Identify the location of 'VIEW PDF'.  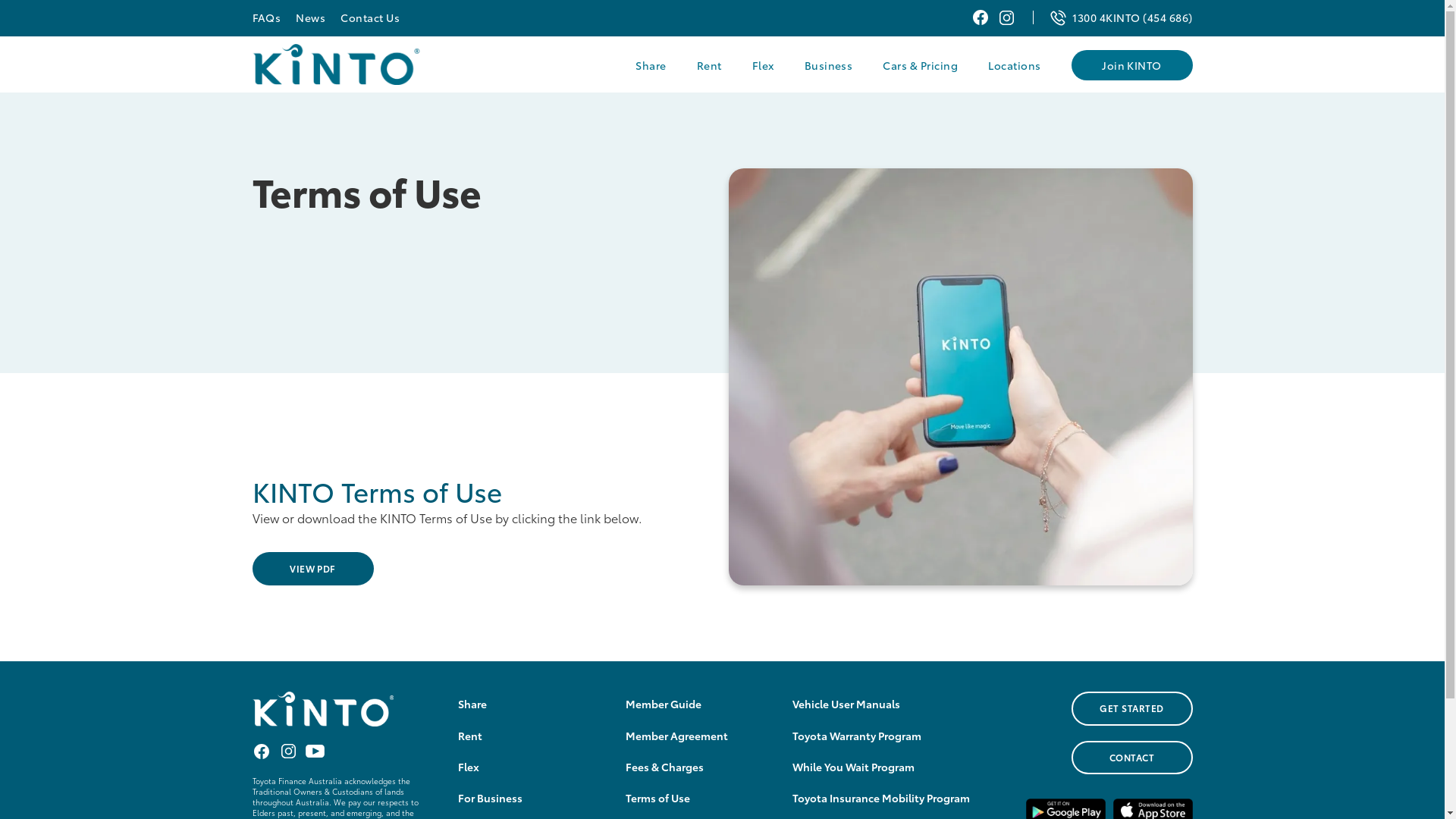
(251, 568).